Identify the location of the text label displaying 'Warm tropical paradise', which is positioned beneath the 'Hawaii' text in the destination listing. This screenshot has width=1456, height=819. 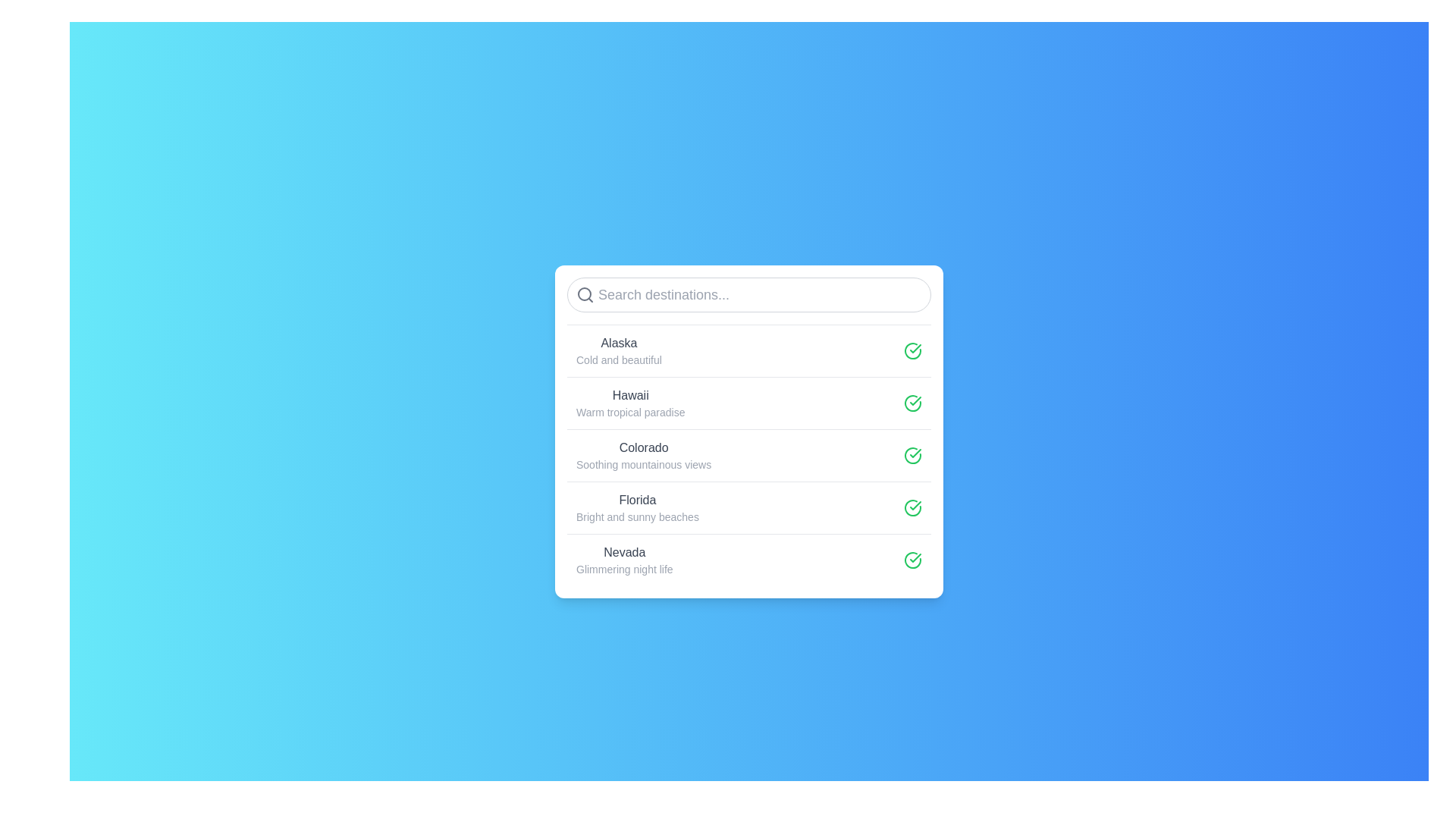
(630, 412).